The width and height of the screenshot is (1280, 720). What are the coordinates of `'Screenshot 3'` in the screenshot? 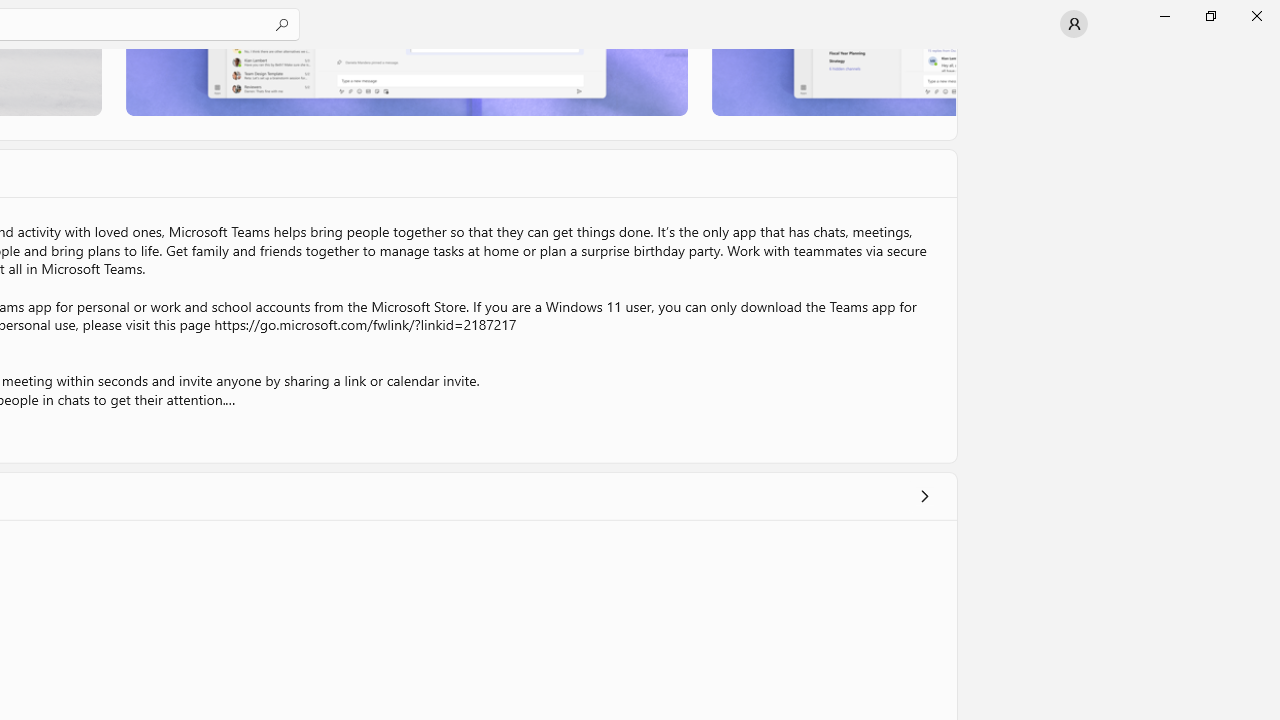 It's located at (833, 81).